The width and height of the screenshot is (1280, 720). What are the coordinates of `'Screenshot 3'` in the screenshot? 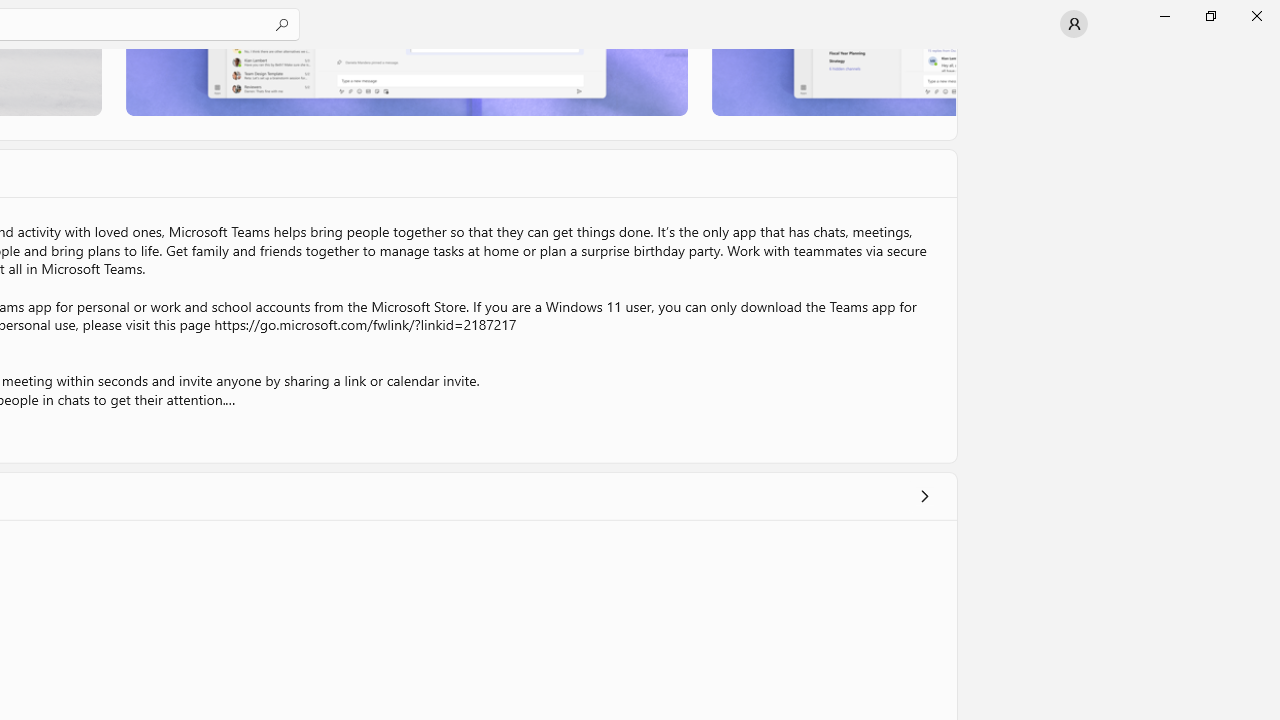 It's located at (833, 81).